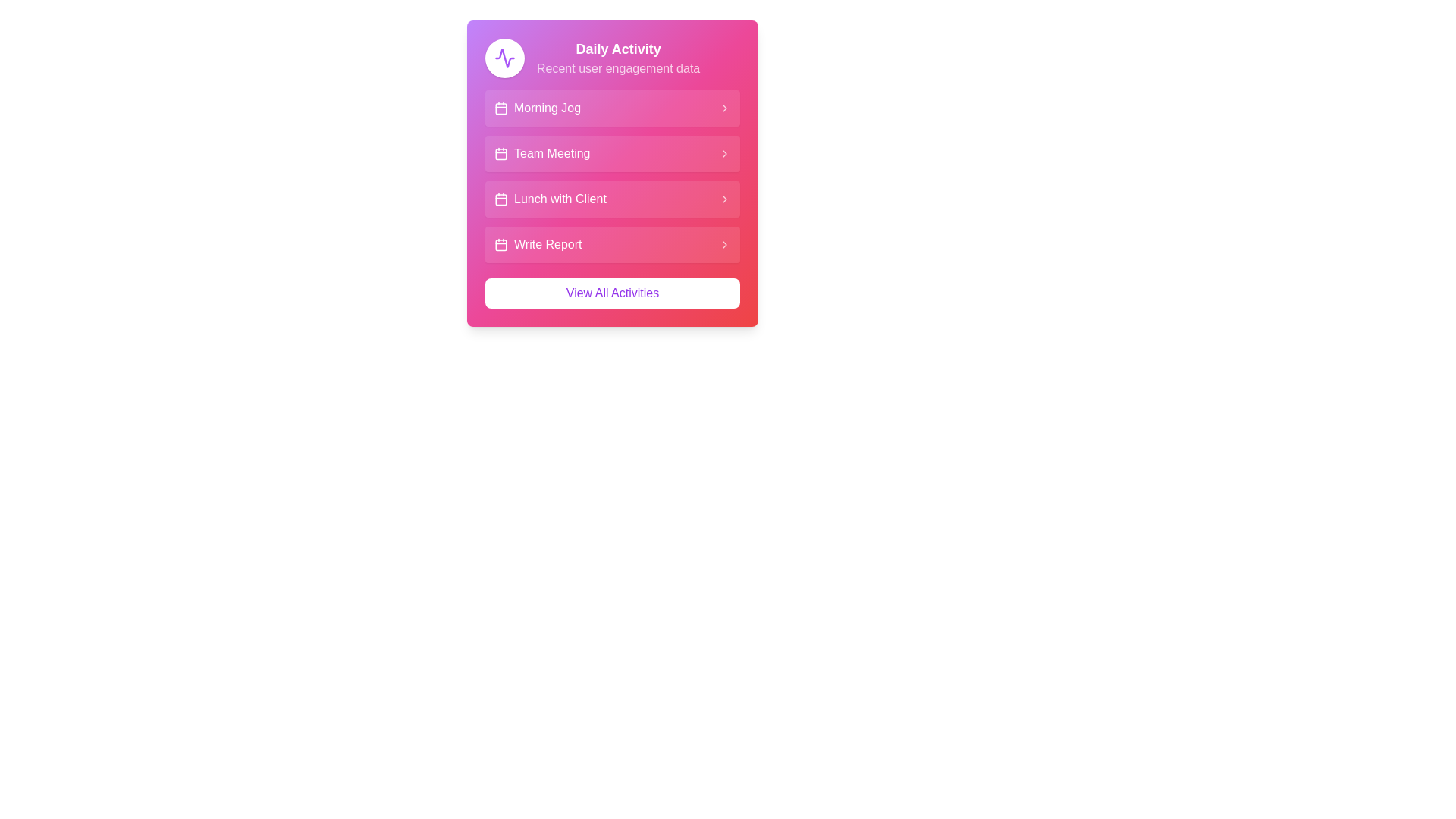 The image size is (1456, 819). I want to click on the 'Team Meeting' Interactive List Item, which is the second item in a vertical list, so click(612, 154).